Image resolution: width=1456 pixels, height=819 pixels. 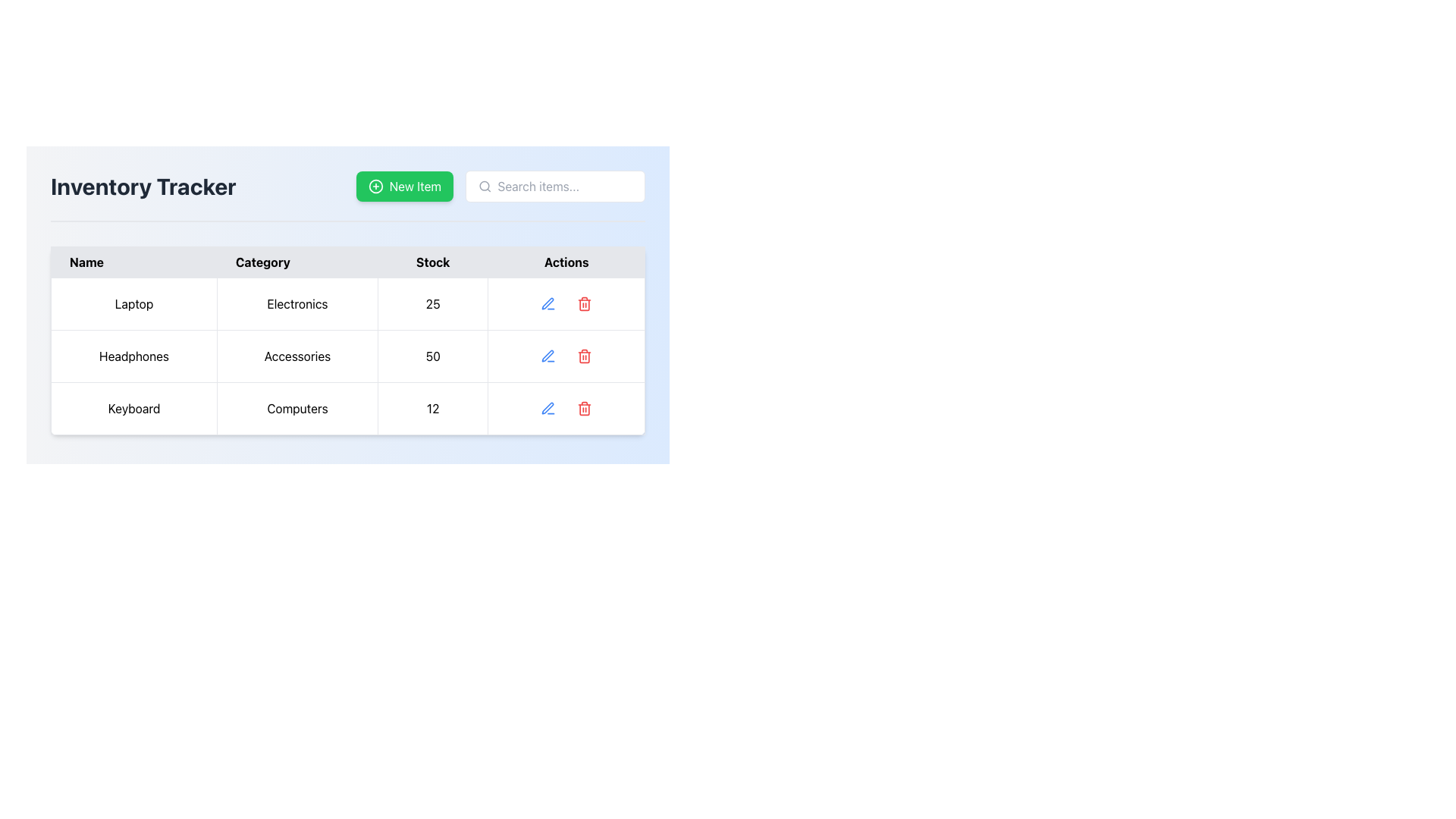 I want to click on the table cell displaying the word 'Accessories' located in the second row of the 'Category' column, so click(x=297, y=356).